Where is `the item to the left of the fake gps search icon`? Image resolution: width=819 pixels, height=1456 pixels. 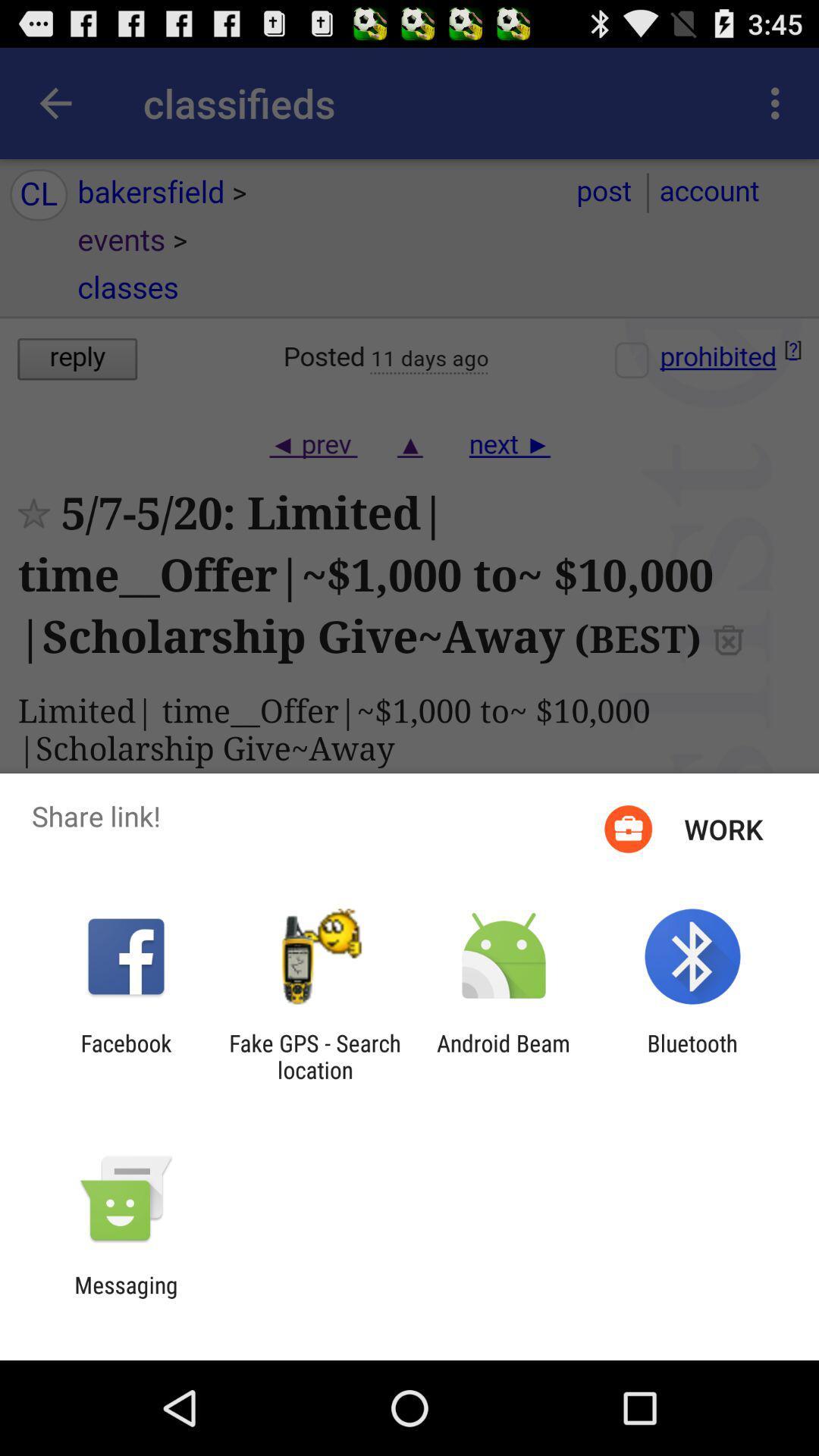
the item to the left of the fake gps search icon is located at coordinates (125, 1056).